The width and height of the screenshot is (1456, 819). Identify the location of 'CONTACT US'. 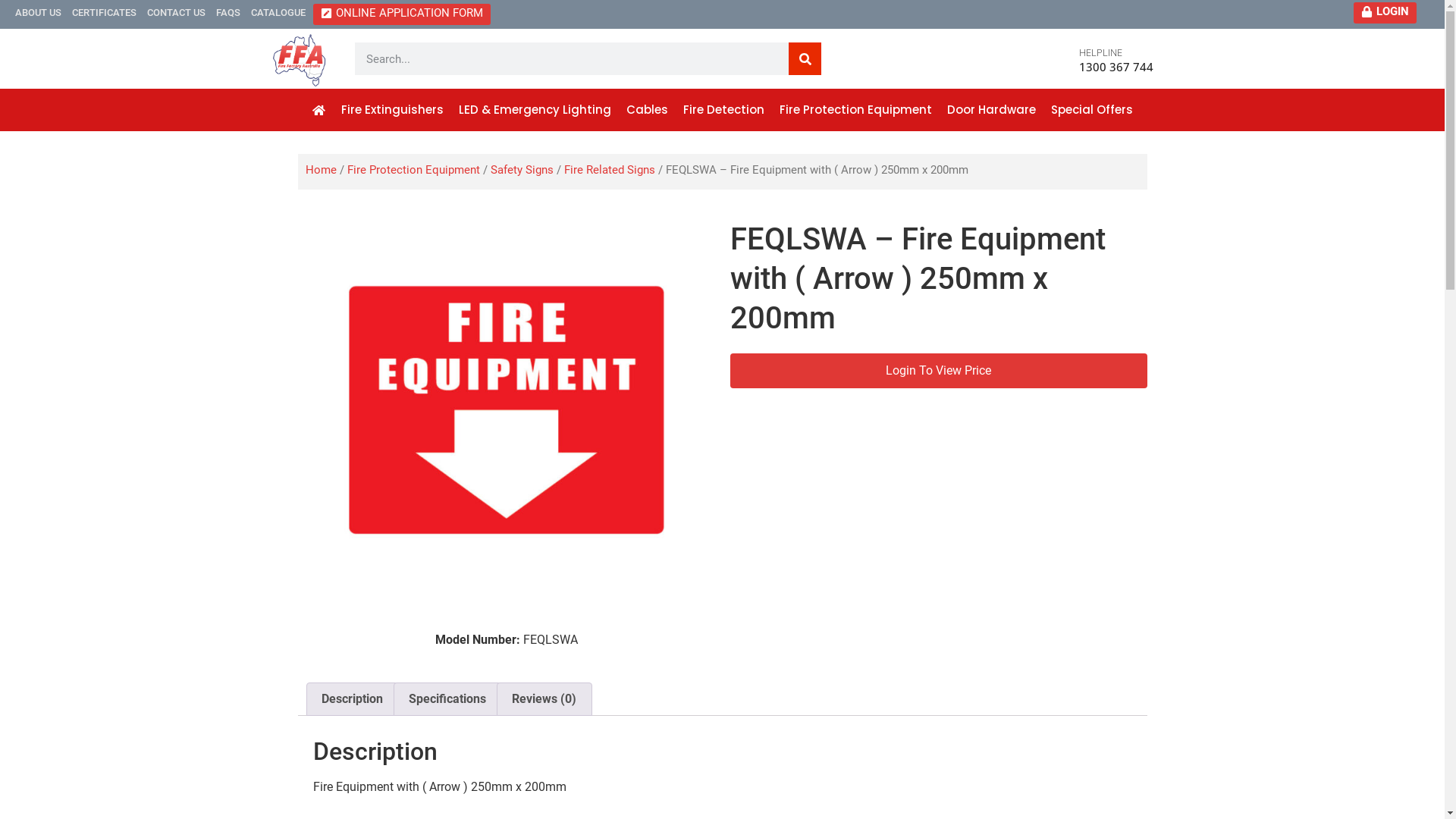
(176, 11).